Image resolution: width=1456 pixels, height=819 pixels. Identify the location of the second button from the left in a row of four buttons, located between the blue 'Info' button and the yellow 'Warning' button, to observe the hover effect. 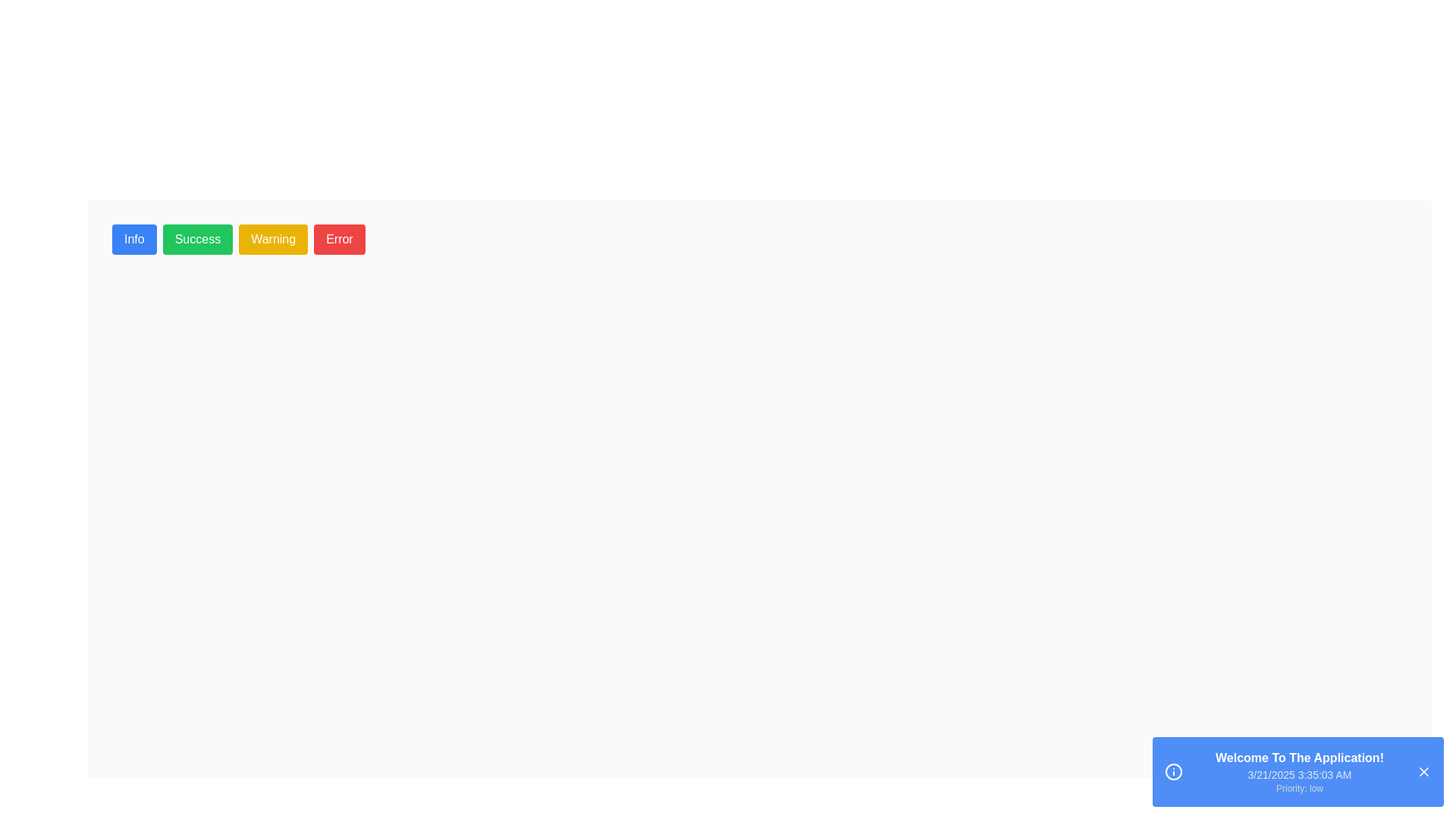
(196, 239).